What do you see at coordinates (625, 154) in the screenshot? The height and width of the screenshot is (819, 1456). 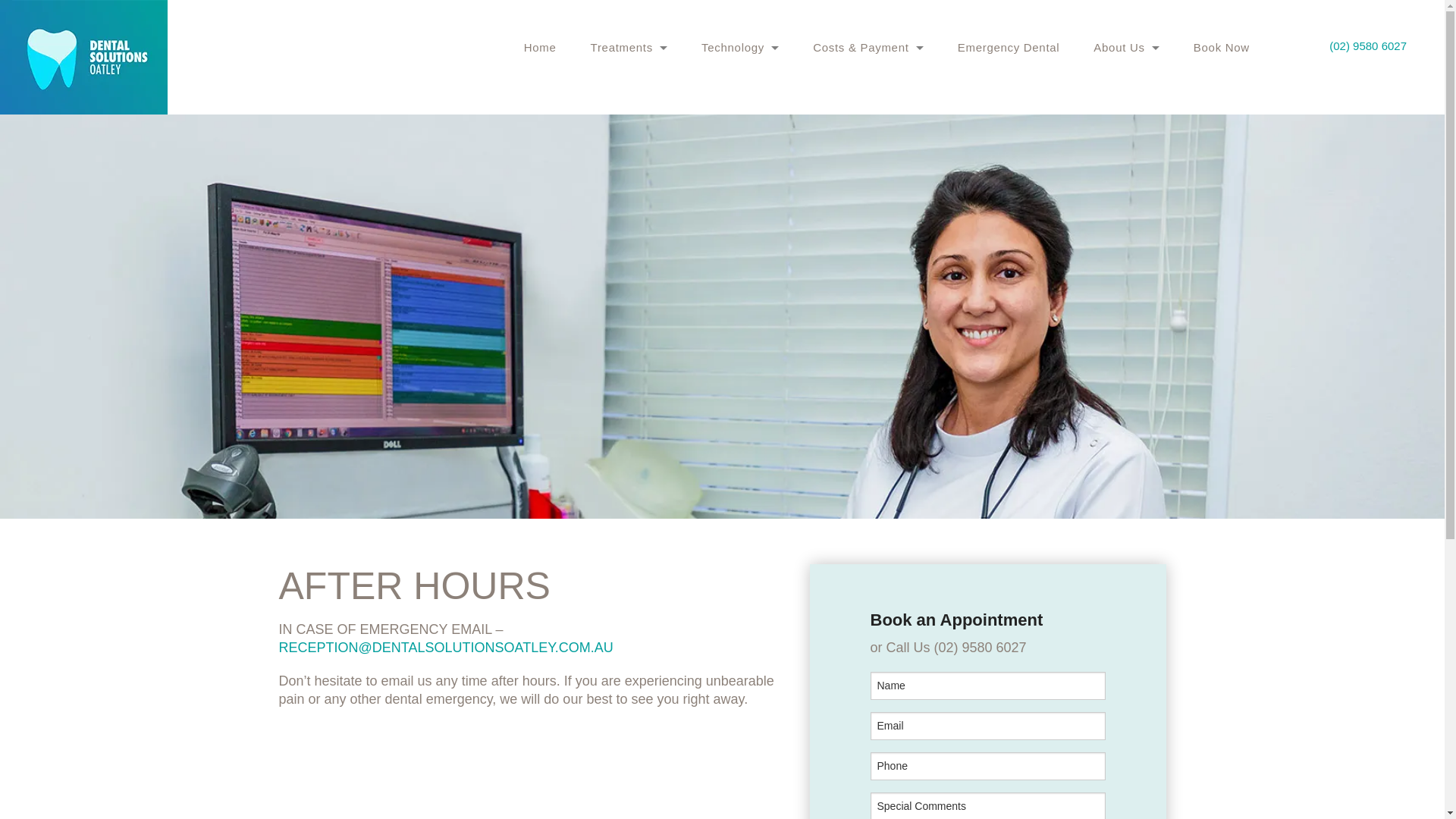 I see `'Considering an Implant?'` at bounding box center [625, 154].